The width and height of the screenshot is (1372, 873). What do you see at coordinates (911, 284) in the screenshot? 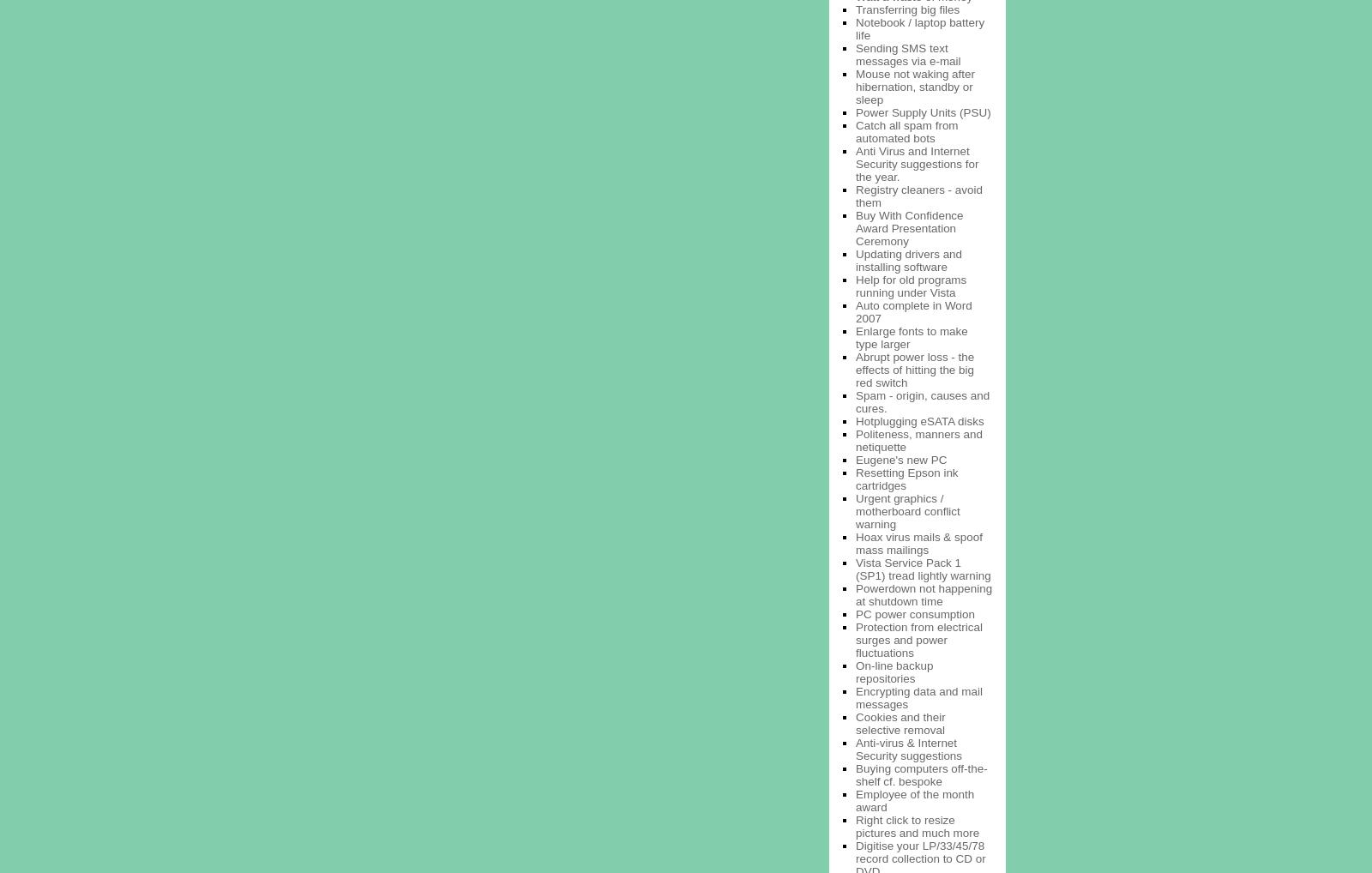
I see `'Help for old programs running under Vista'` at bounding box center [911, 284].